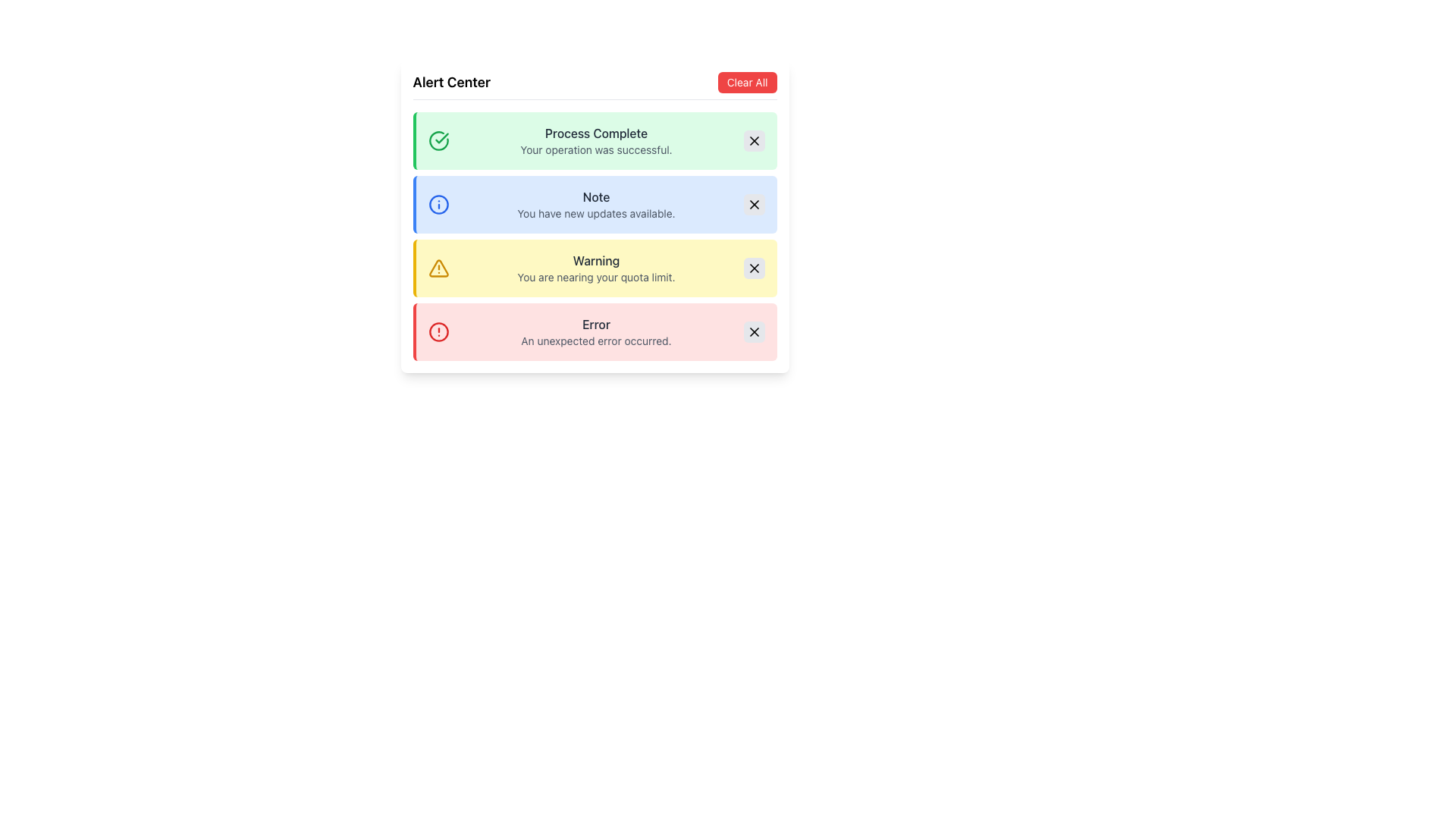  What do you see at coordinates (595, 140) in the screenshot?
I see `message from the text display in the green notification box located in the top section of notifications` at bounding box center [595, 140].